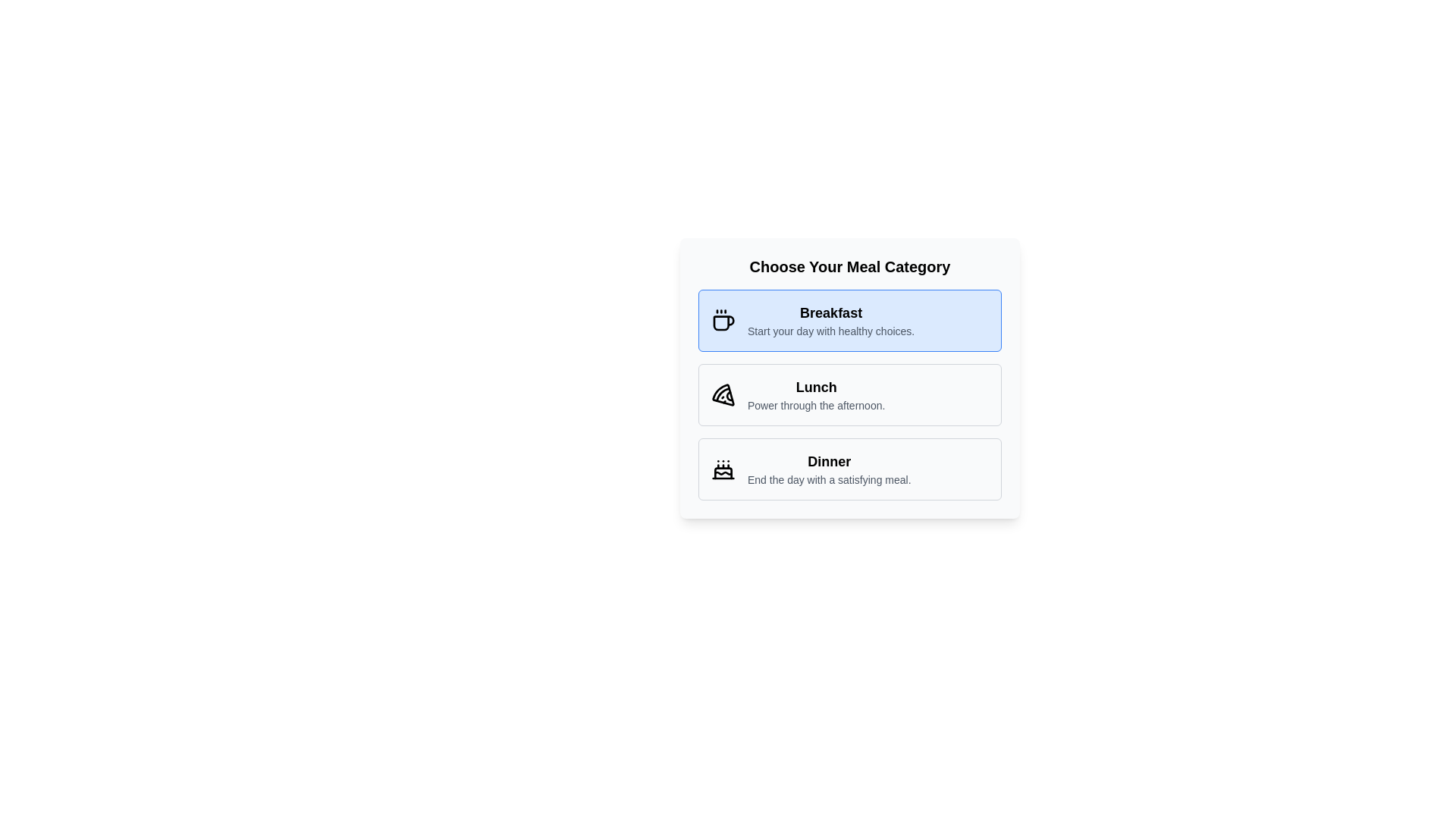 Image resolution: width=1456 pixels, height=819 pixels. I want to click on text content of the 'Dinner' option in the meal category selection interface, located in the third card of a vertical stack, below the 'Lunch' card, so click(828, 468).